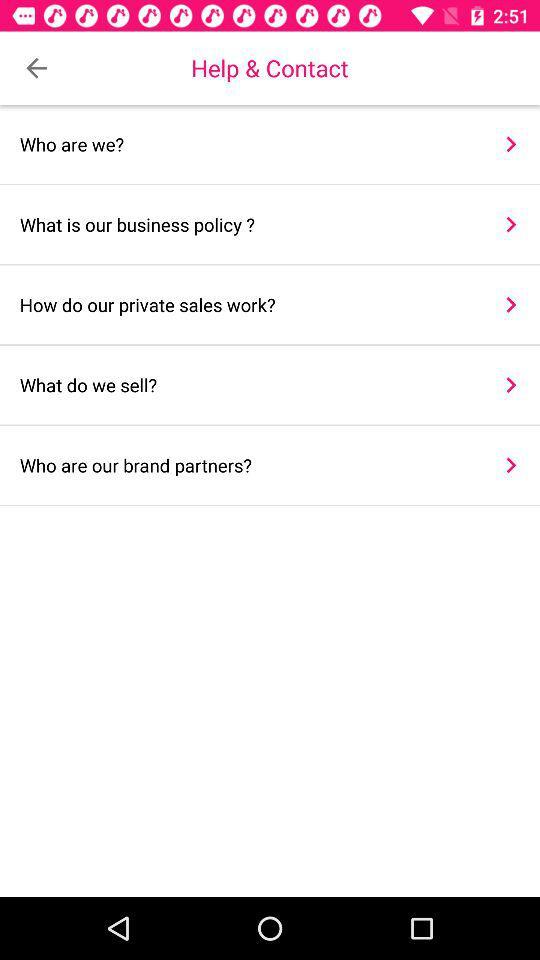  I want to click on the icon to the right of who are we?, so click(511, 143).